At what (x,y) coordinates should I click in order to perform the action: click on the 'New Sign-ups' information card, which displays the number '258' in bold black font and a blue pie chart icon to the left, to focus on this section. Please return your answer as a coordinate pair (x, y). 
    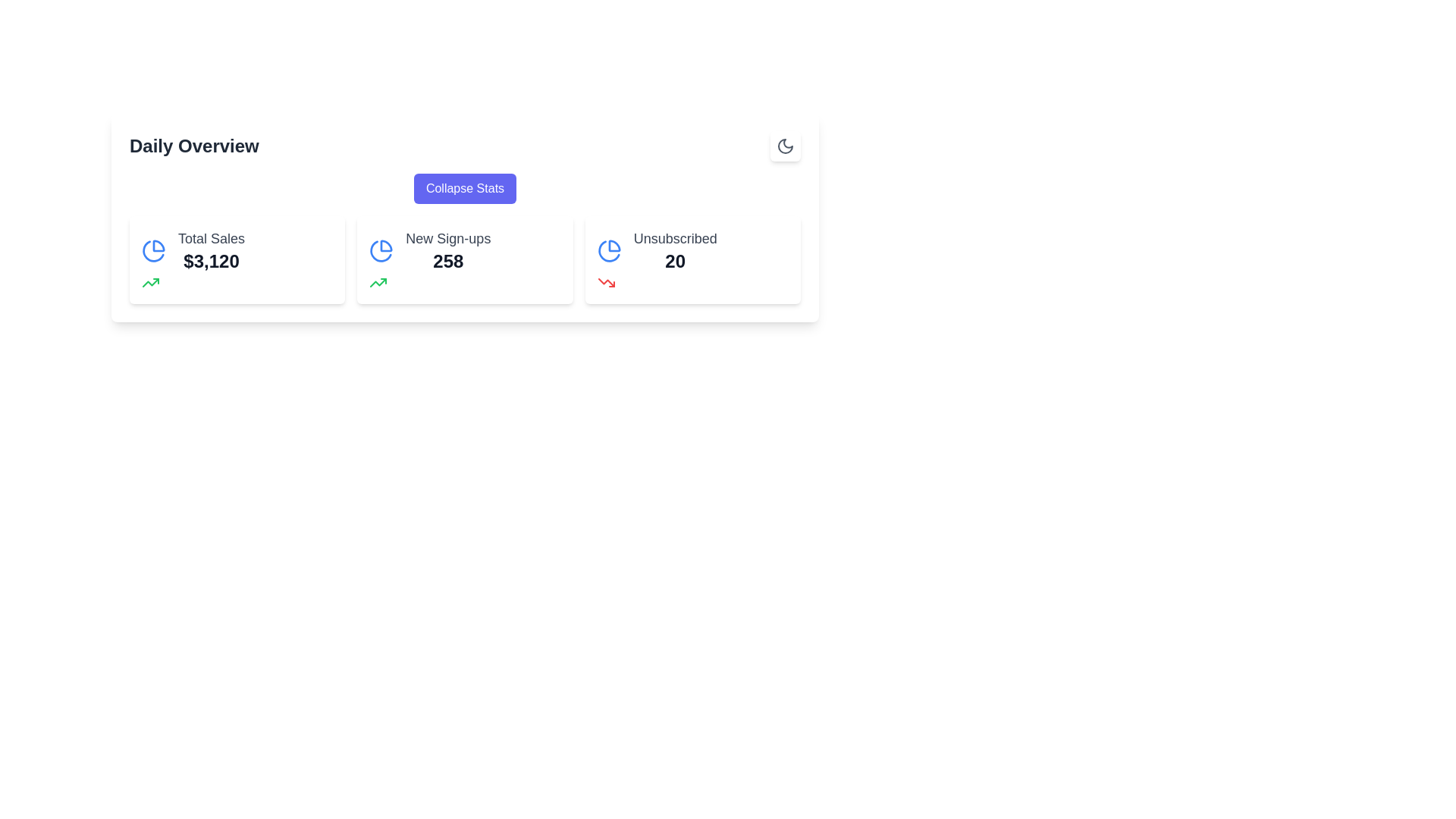
    Looking at the image, I should click on (464, 250).